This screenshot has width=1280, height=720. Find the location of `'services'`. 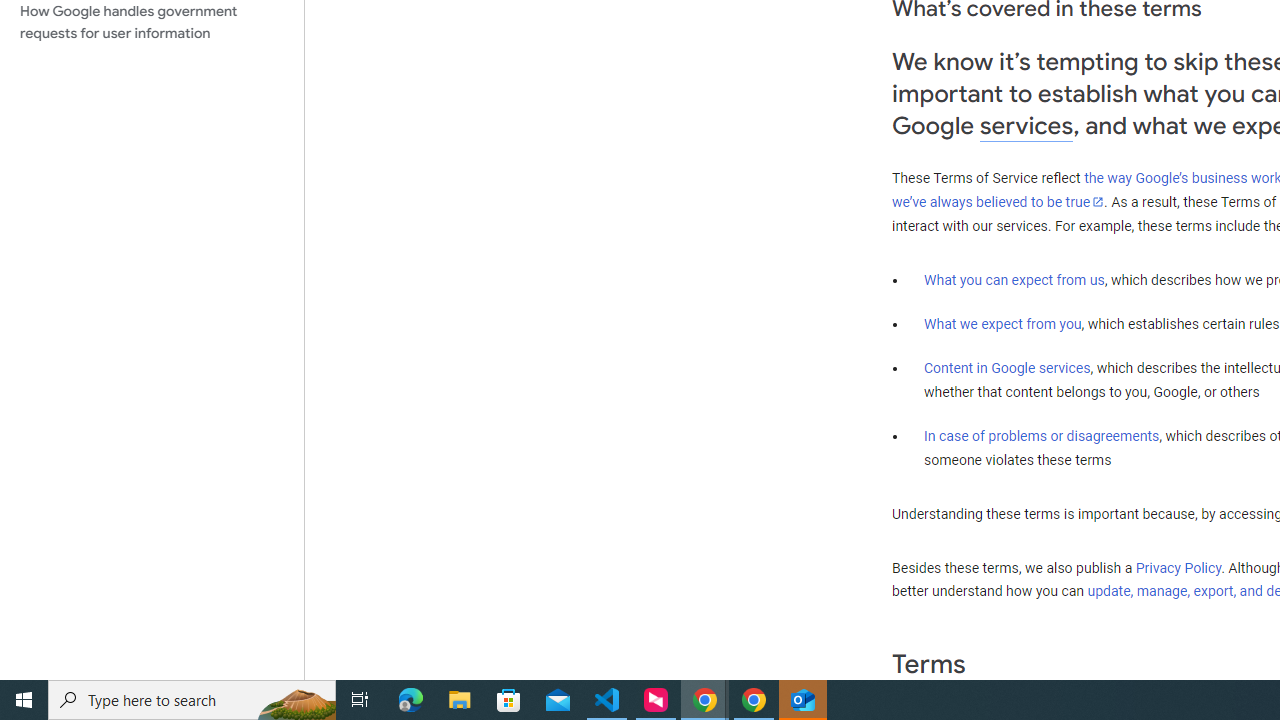

'services' is located at coordinates (1026, 125).